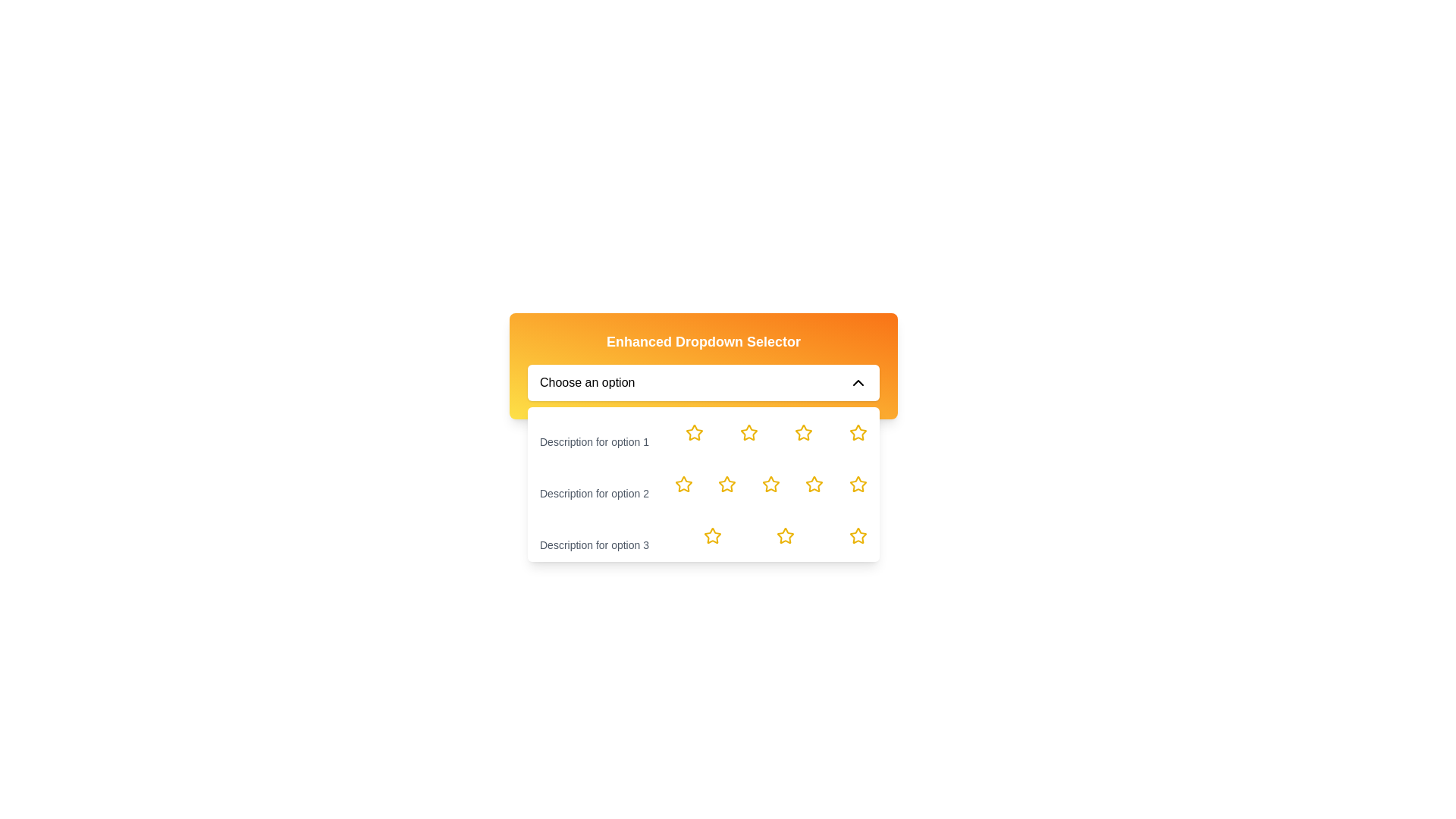 Image resolution: width=1456 pixels, height=819 pixels. What do you see at coordinates (858, 432) in the screenshot?
I see `the star-shaped icon with a hollow center and bright yellow stroke, located in the last column of the first row of the star rating grid, to interact with it` at bounding box center [858, 432].